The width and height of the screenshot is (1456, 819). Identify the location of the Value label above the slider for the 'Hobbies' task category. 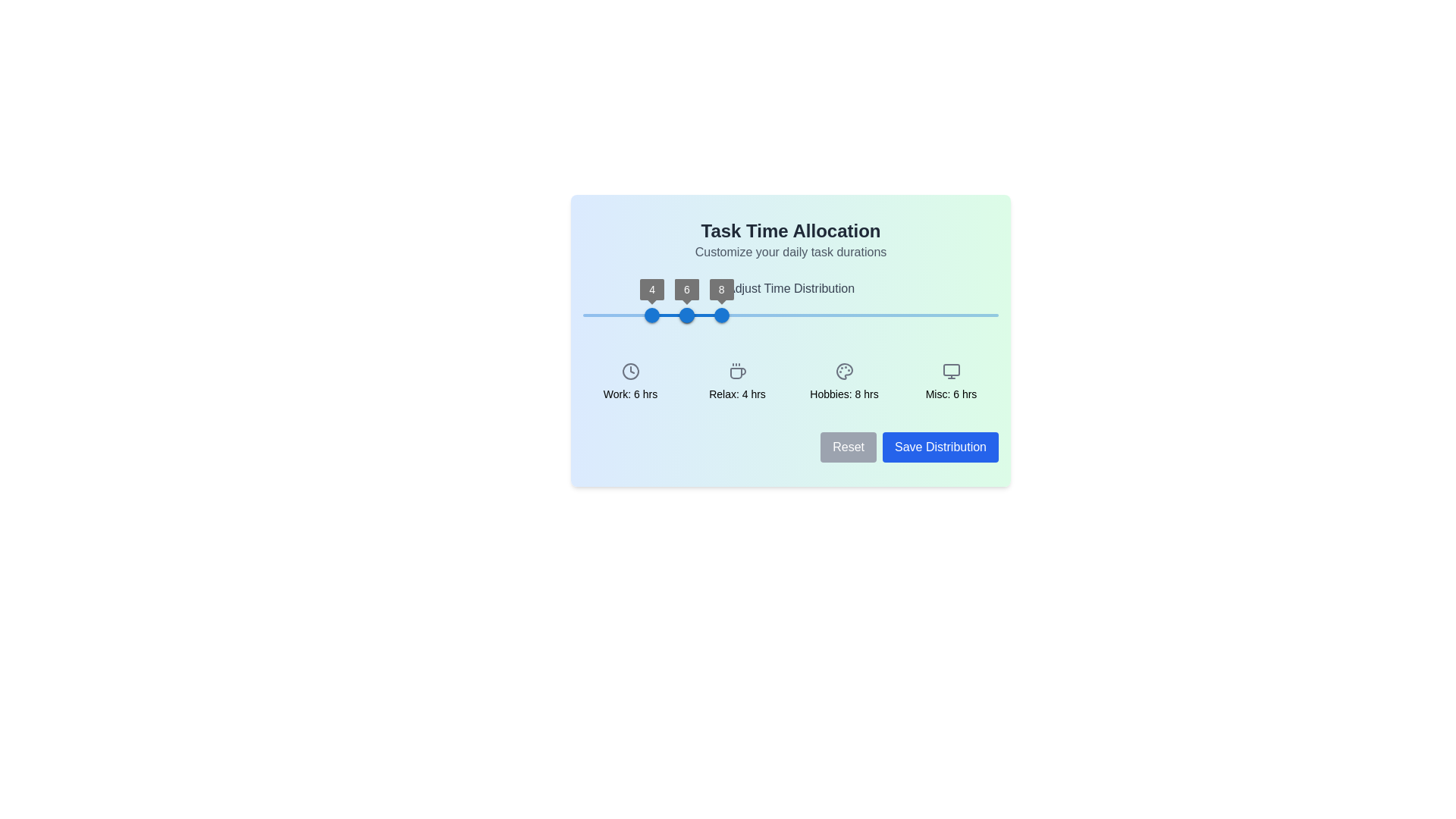
(720, 289).